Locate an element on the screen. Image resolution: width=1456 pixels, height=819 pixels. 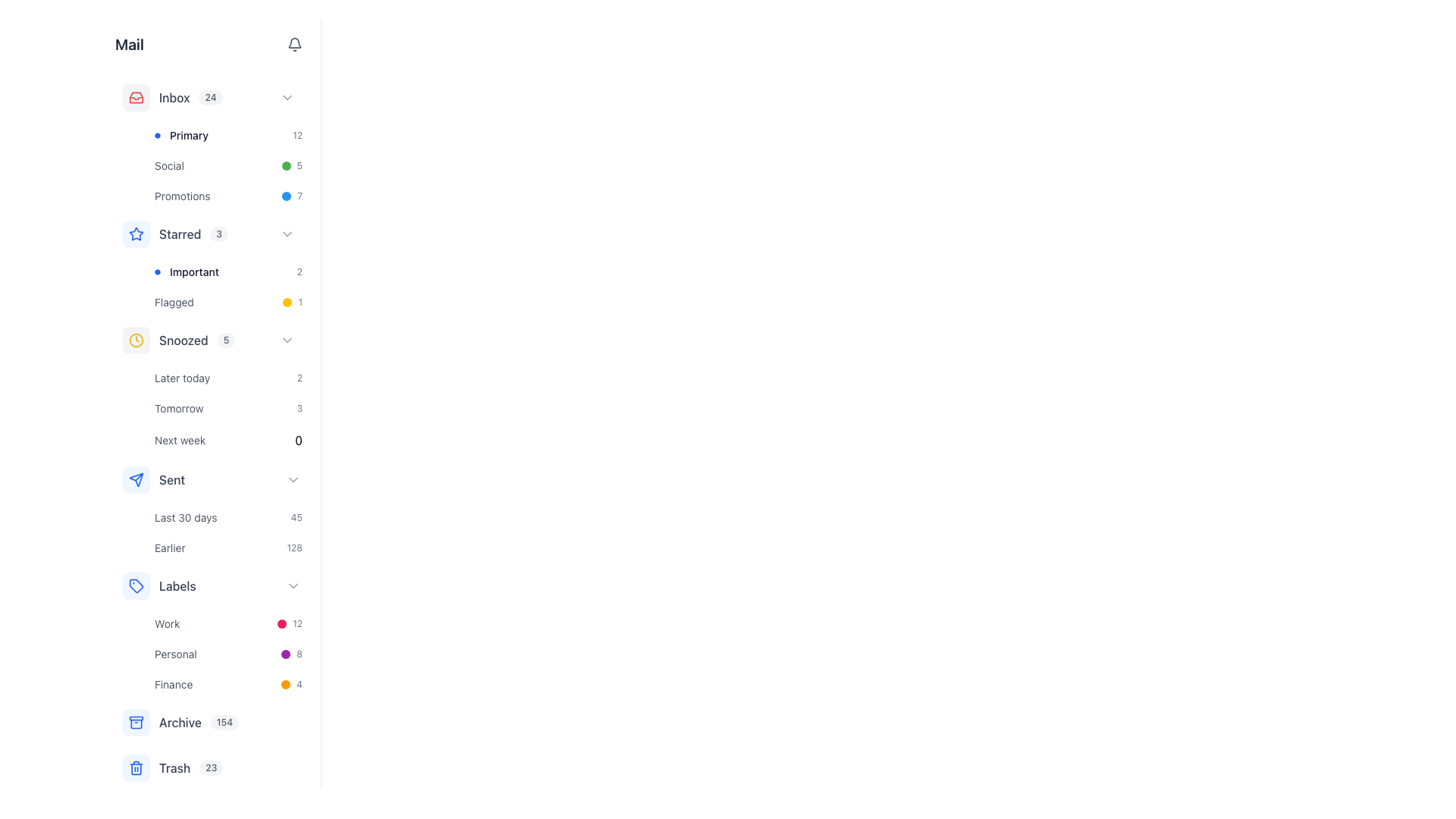
the 'Primary' text label in the Inbox section is located at coordinates (188, 134).